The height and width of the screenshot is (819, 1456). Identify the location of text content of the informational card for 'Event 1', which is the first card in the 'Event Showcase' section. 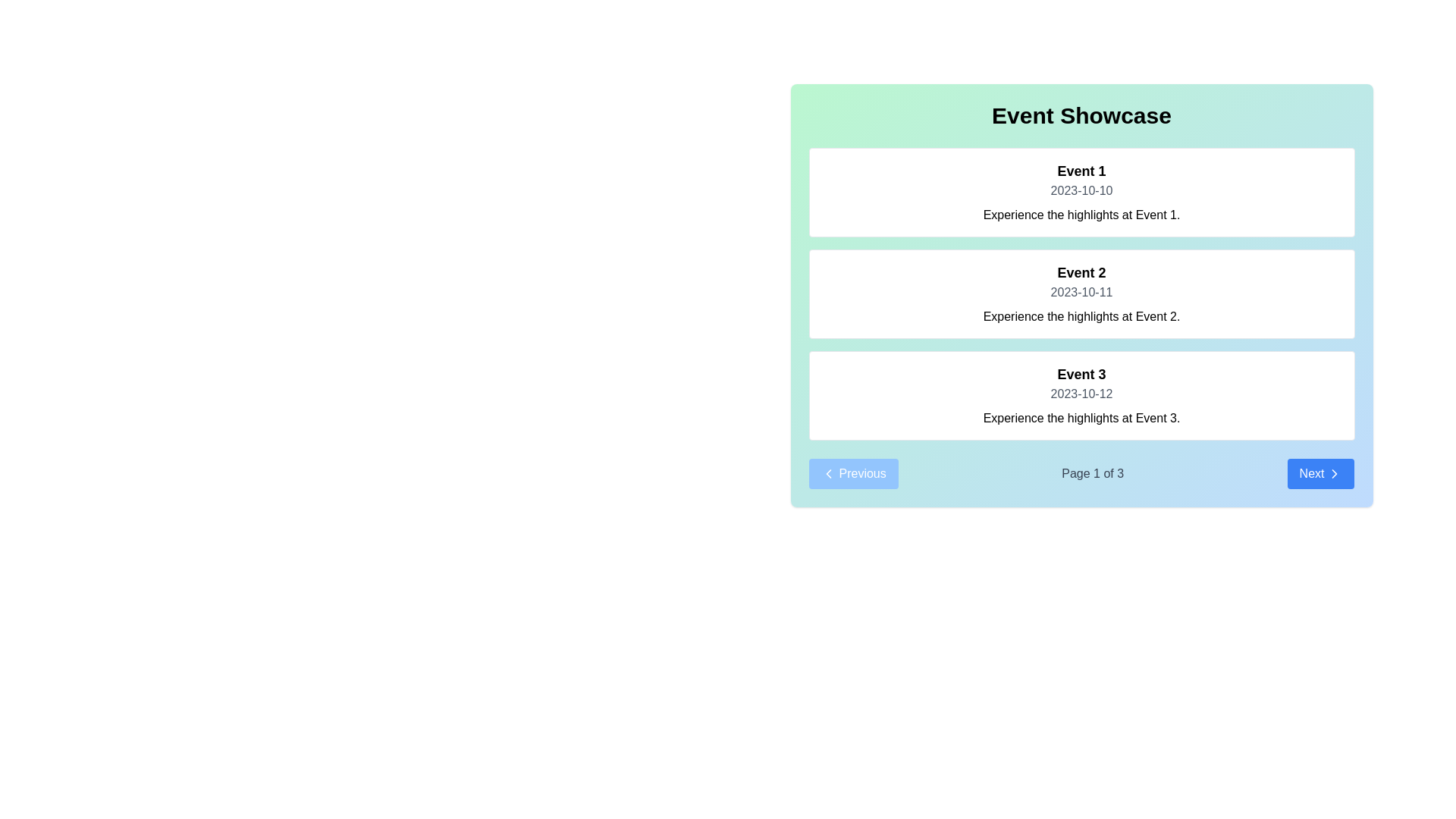
(1081, 192).